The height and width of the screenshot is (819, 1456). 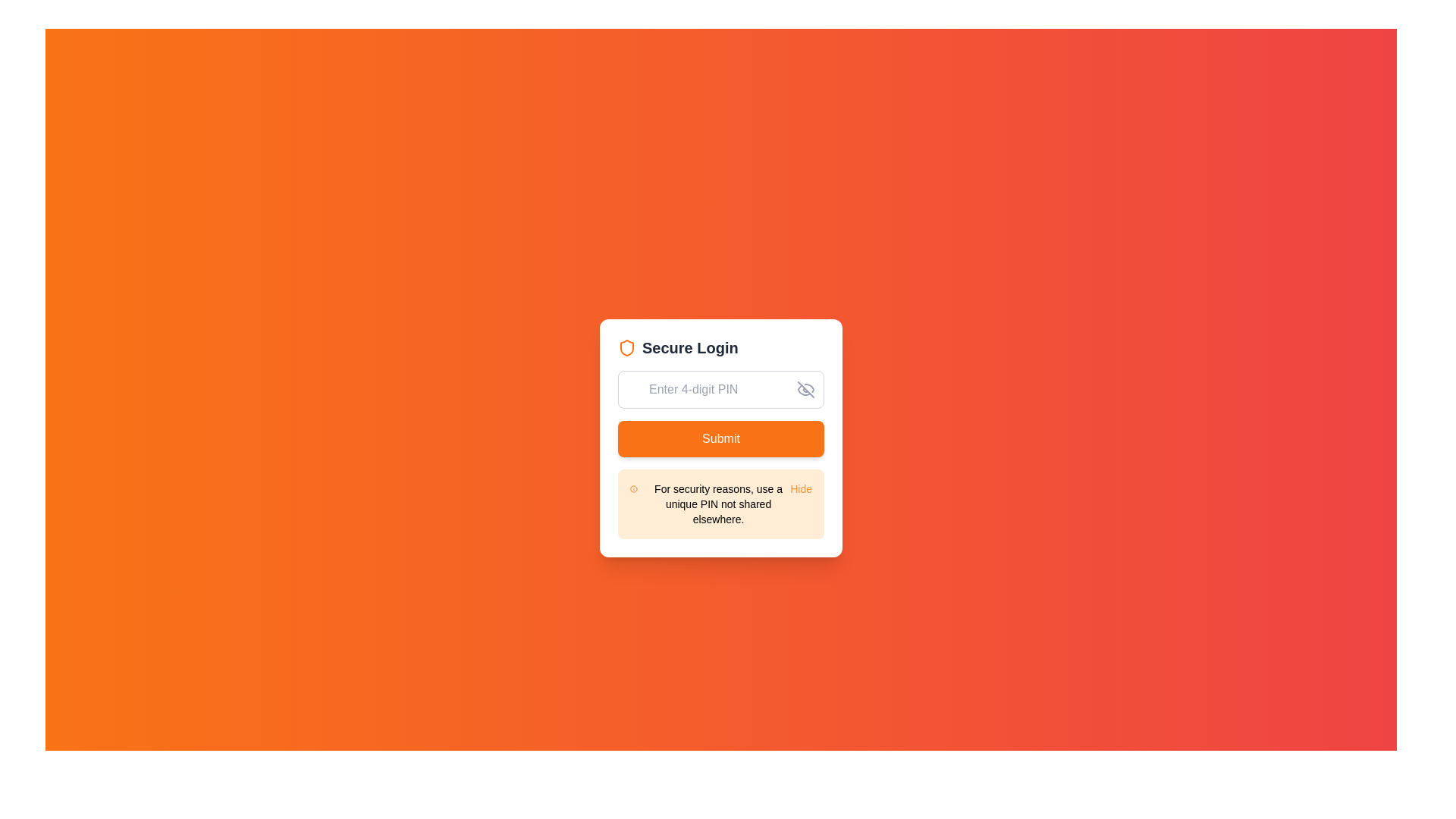 What do you see at coordinates (800, 488) in the screenshot?
I see `the hyperlink text located in the bottom-right segment of the notification box` at bounding box center [800, 488].